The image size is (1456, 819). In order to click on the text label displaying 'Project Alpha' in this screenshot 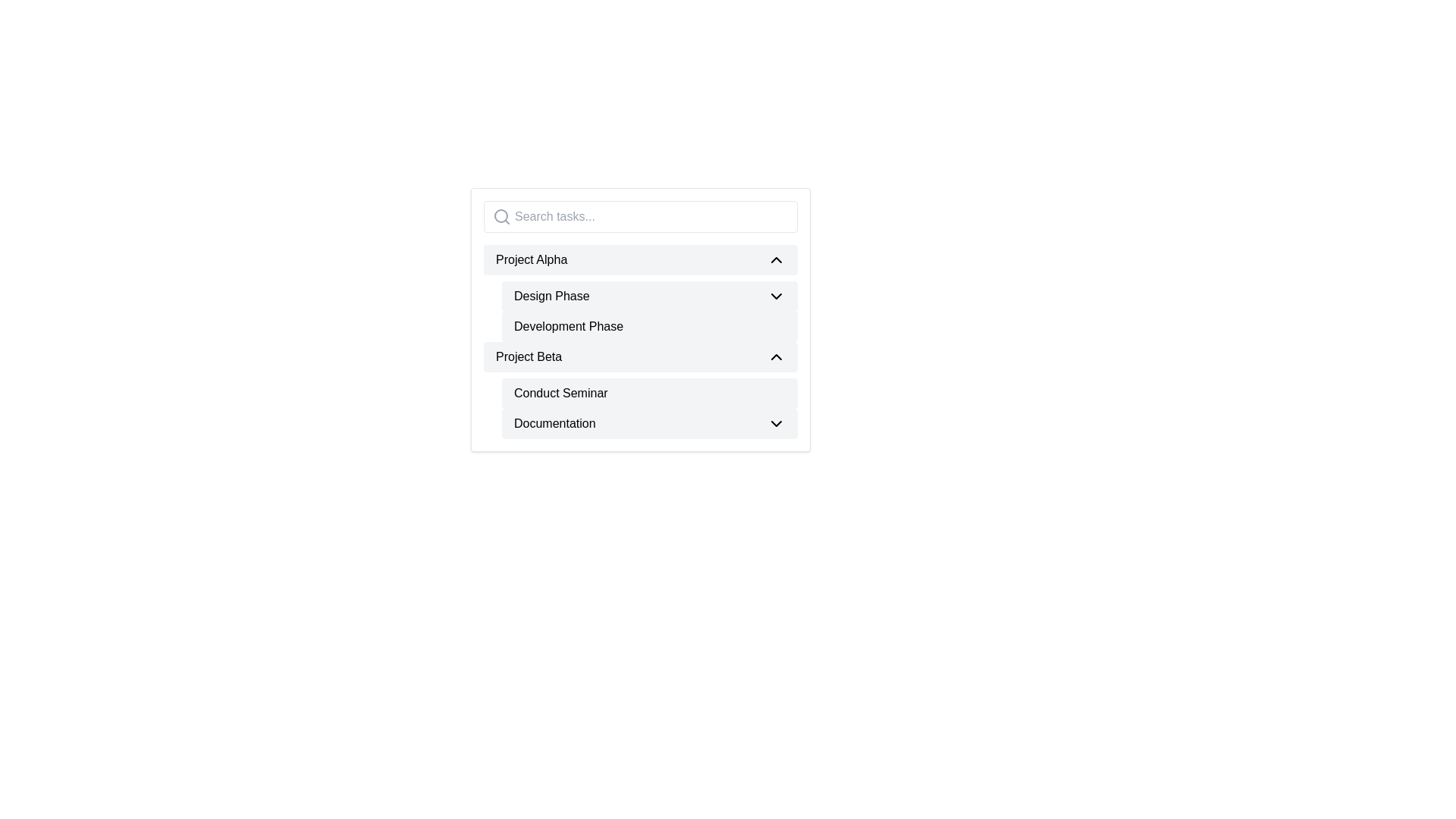, I will do `click(532, 259)`.